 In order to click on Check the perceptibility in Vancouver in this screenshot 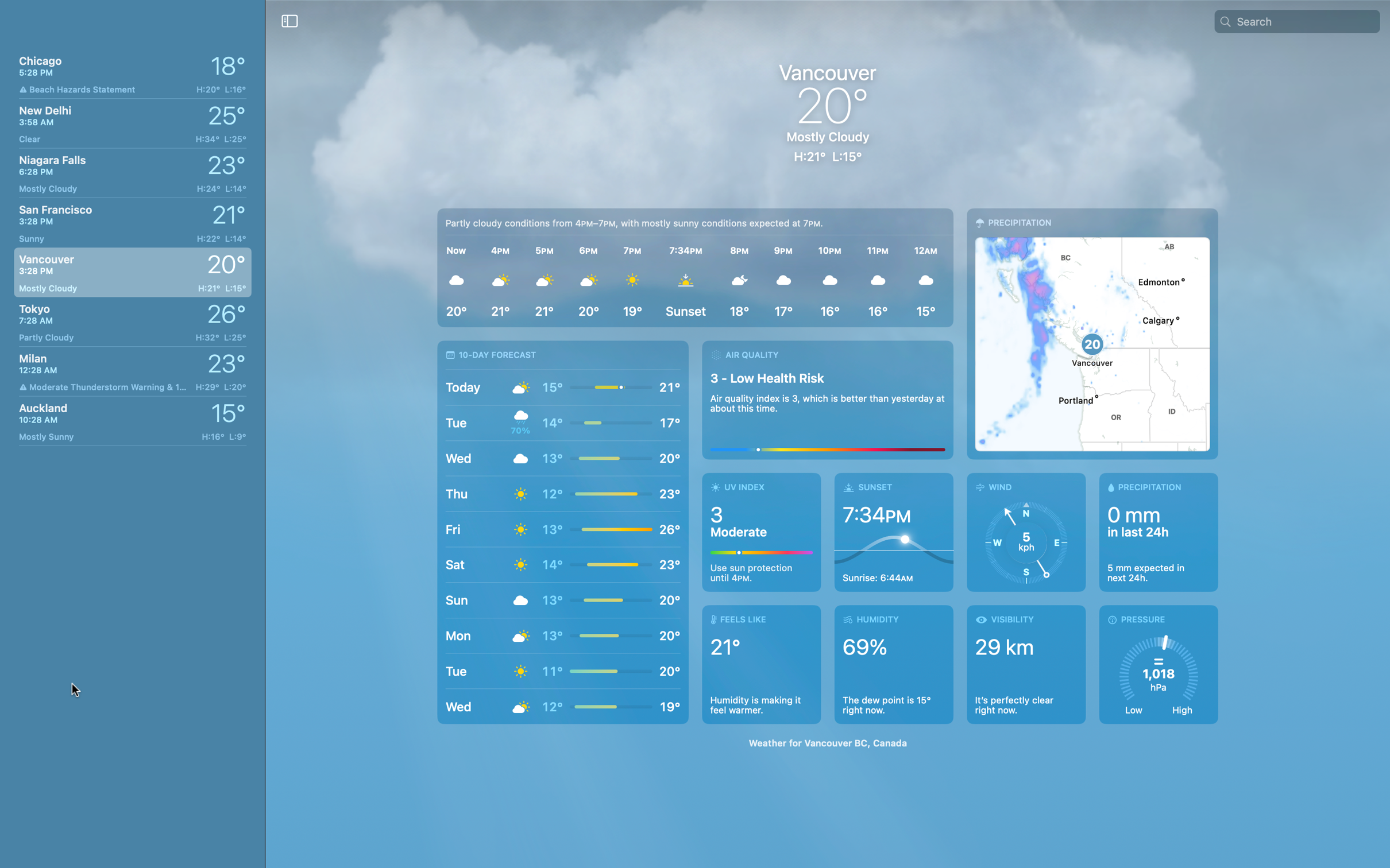, I will do `click(1025, 663)`.